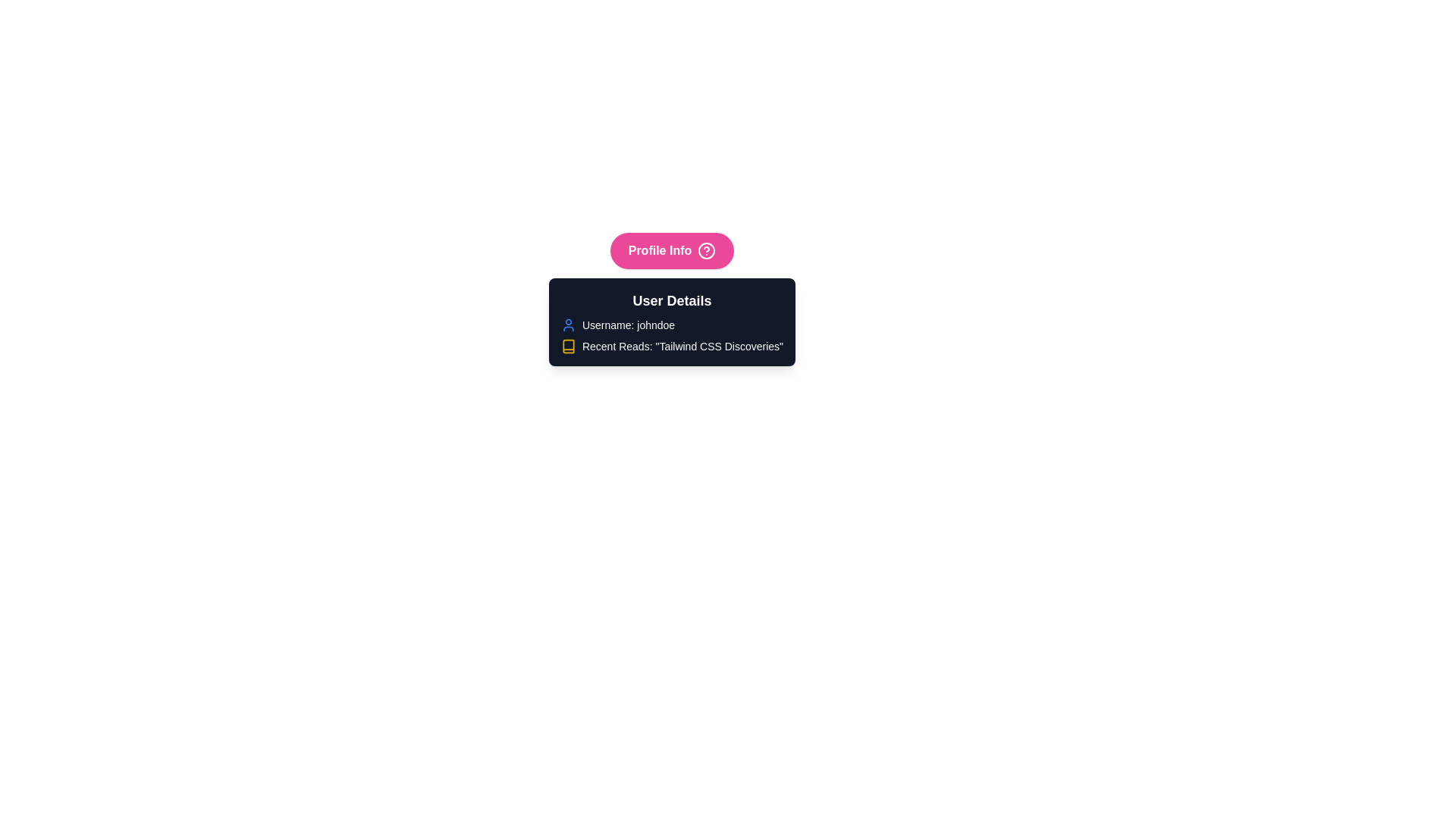  Describe the element at coordinates (567, 346) in the screenshot. I see `the open book icon styled with text-yellow-500, located to the left of the 'Recent Reads: "Tailwind CSS Discoveries"' label` at that location.